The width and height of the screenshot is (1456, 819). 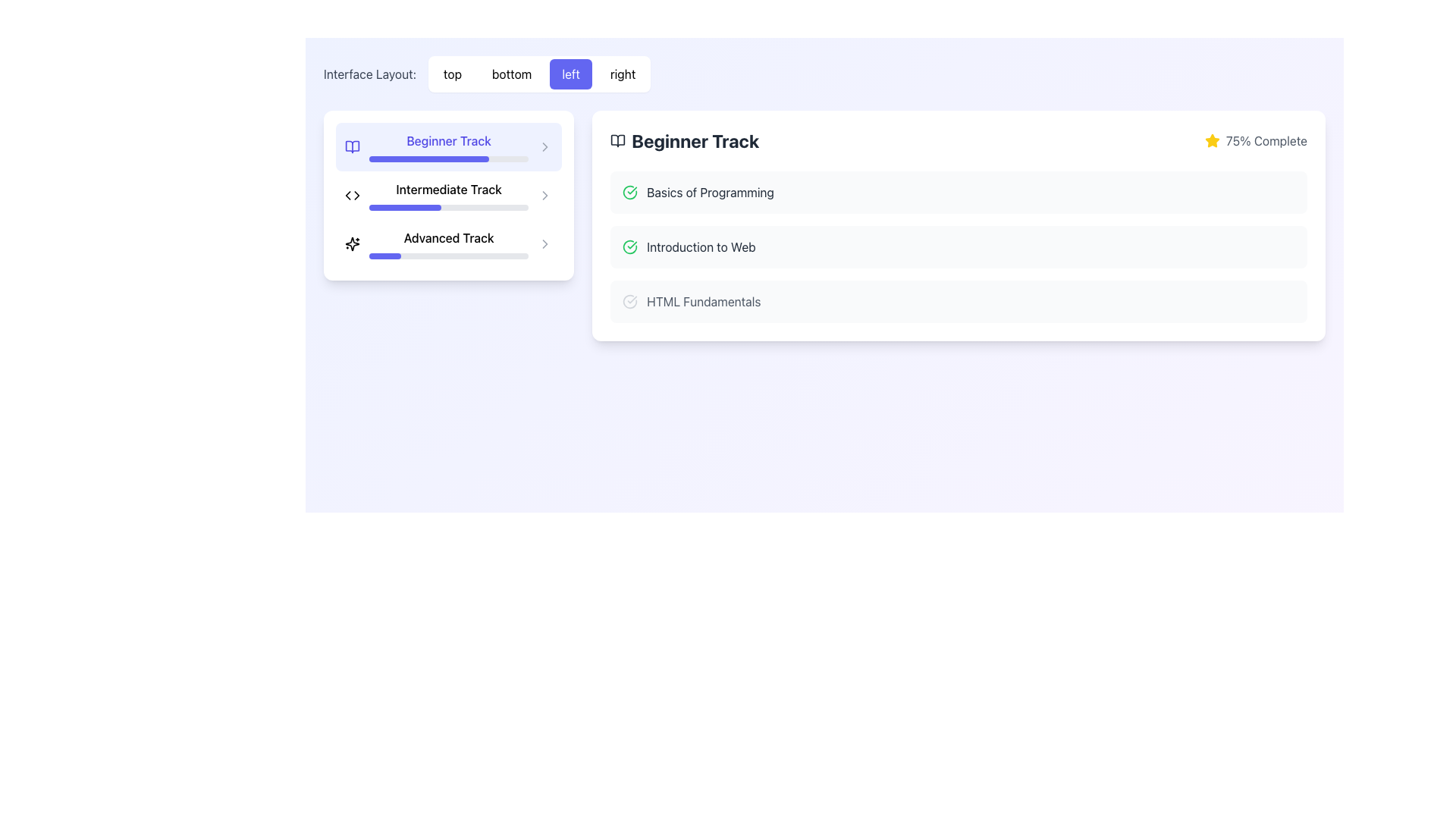 What do you see at coordinates (623, 74) in the screenshot?
I see `the 'right' button, which is the fourth button in a horizontal group of layout options` at bounding box center [623, 74].